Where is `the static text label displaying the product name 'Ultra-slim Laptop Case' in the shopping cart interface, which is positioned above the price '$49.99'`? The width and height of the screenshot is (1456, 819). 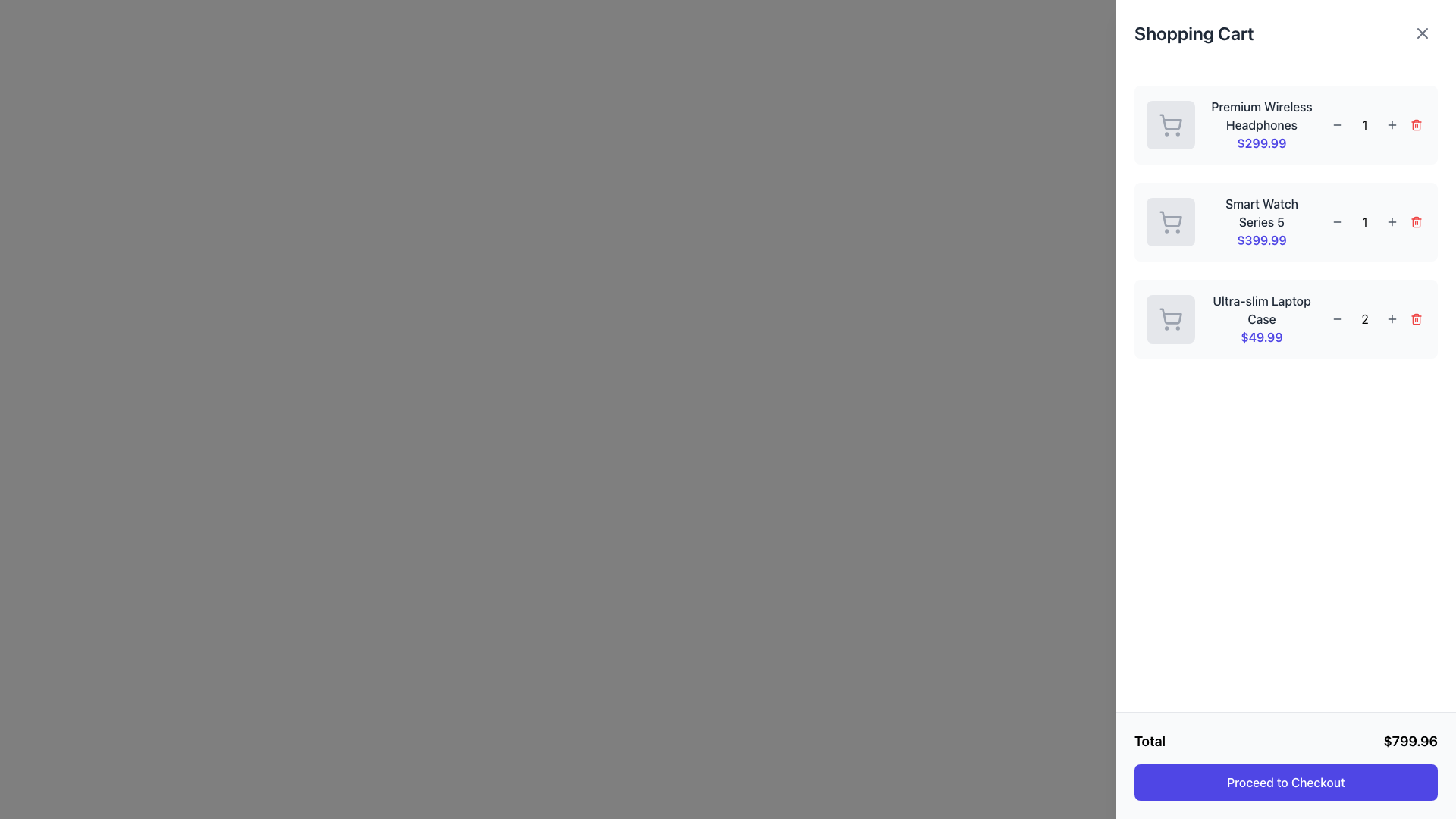
the static text label displaying the product name 'Ultra-slim Laptop Case' in the shopping cart interface, which is positioned above the price '$49.99' is located at coordinates (1262, 309).